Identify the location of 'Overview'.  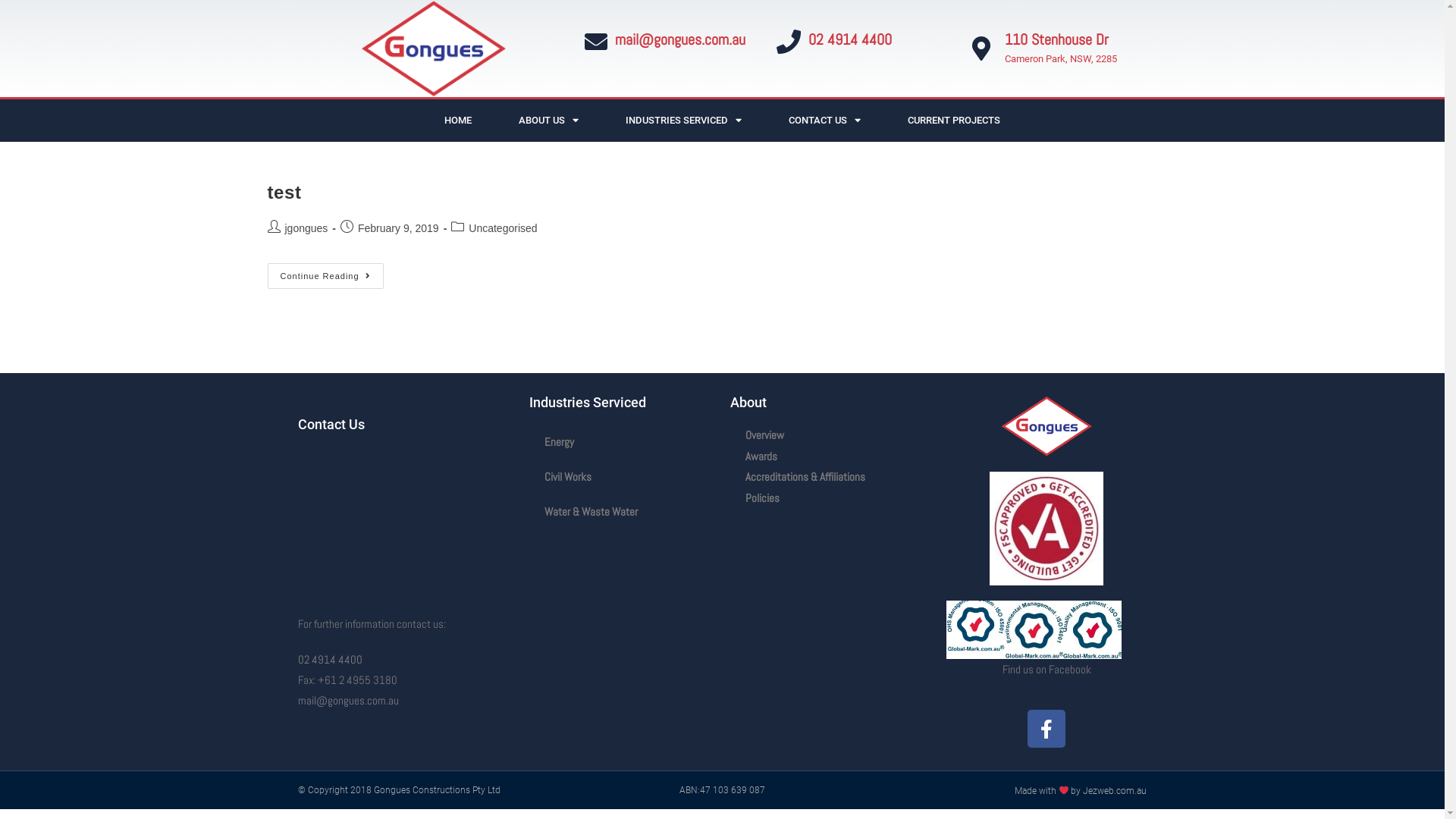
(729, 435).